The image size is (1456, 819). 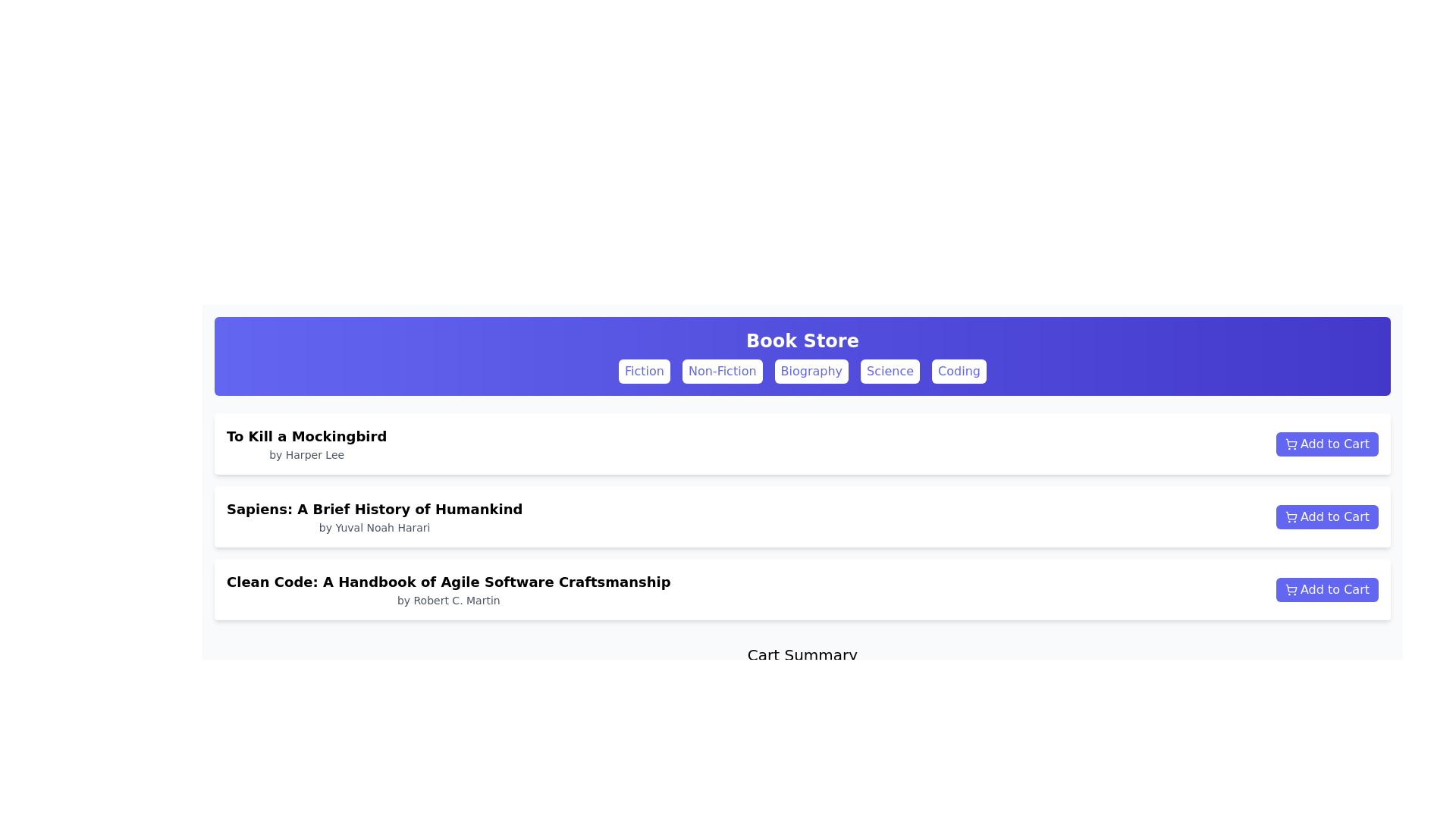 I want to click on the shopping cart icon, which is styled with a simplistic design and is positioned to the left of the 'Add to Cart' button for the second item in the list, so click(x=1290, y=514).